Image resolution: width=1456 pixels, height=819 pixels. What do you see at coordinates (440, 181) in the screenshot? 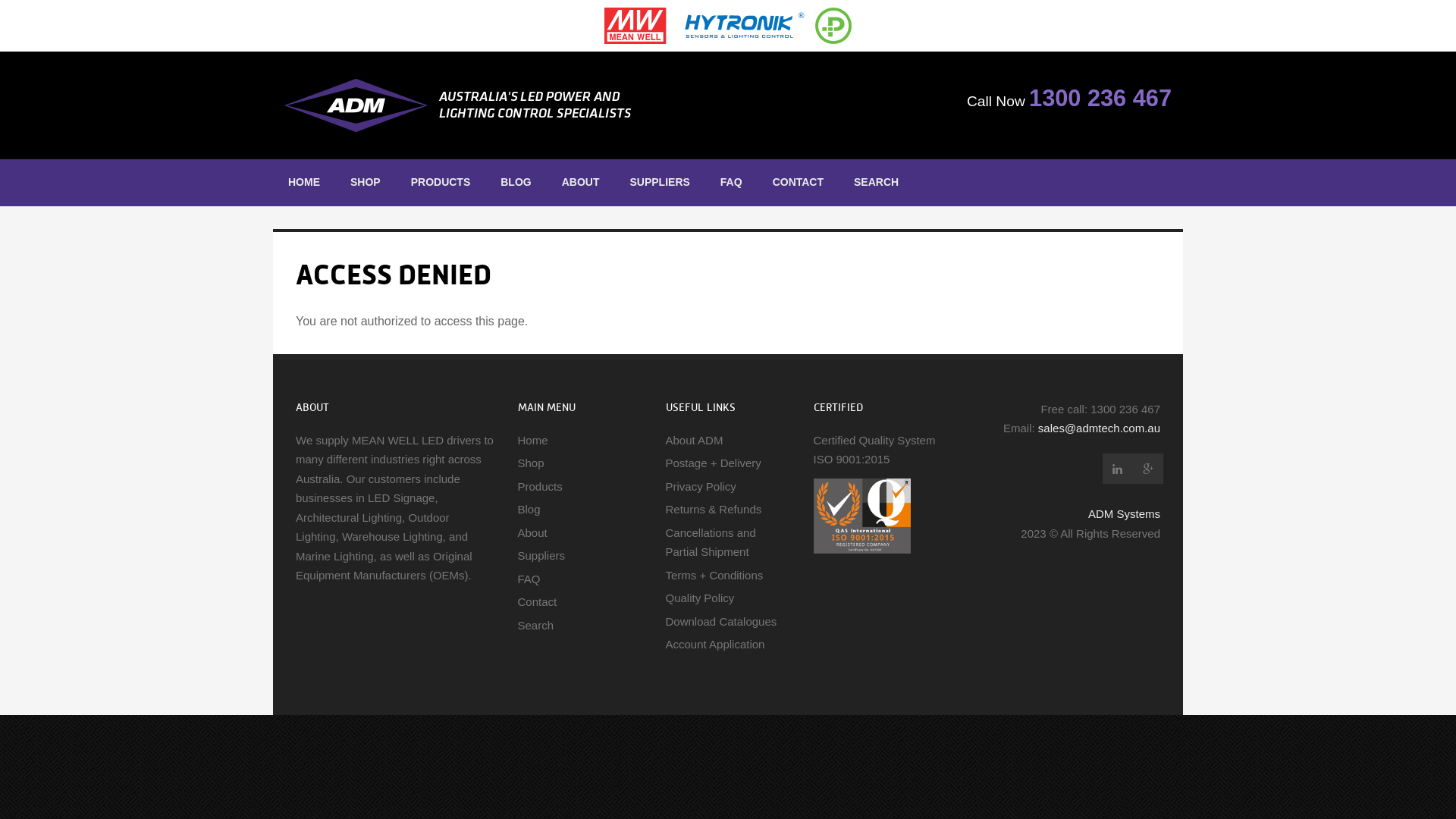
I see `'PRODUCTS'` at bounding box center [440, 181].